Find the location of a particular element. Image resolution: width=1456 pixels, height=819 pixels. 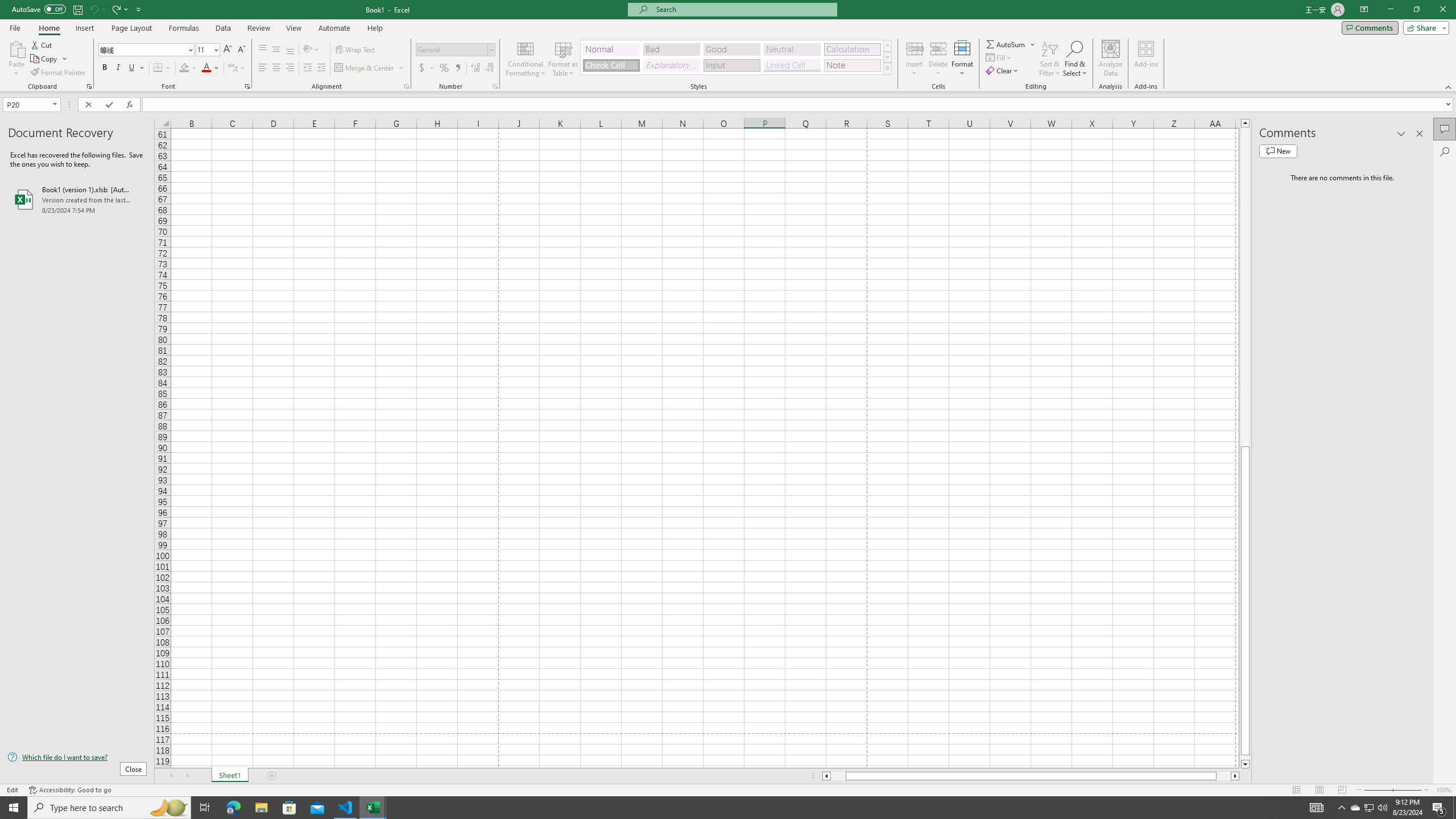

'Font Color' is located at coordinates (210, 67).